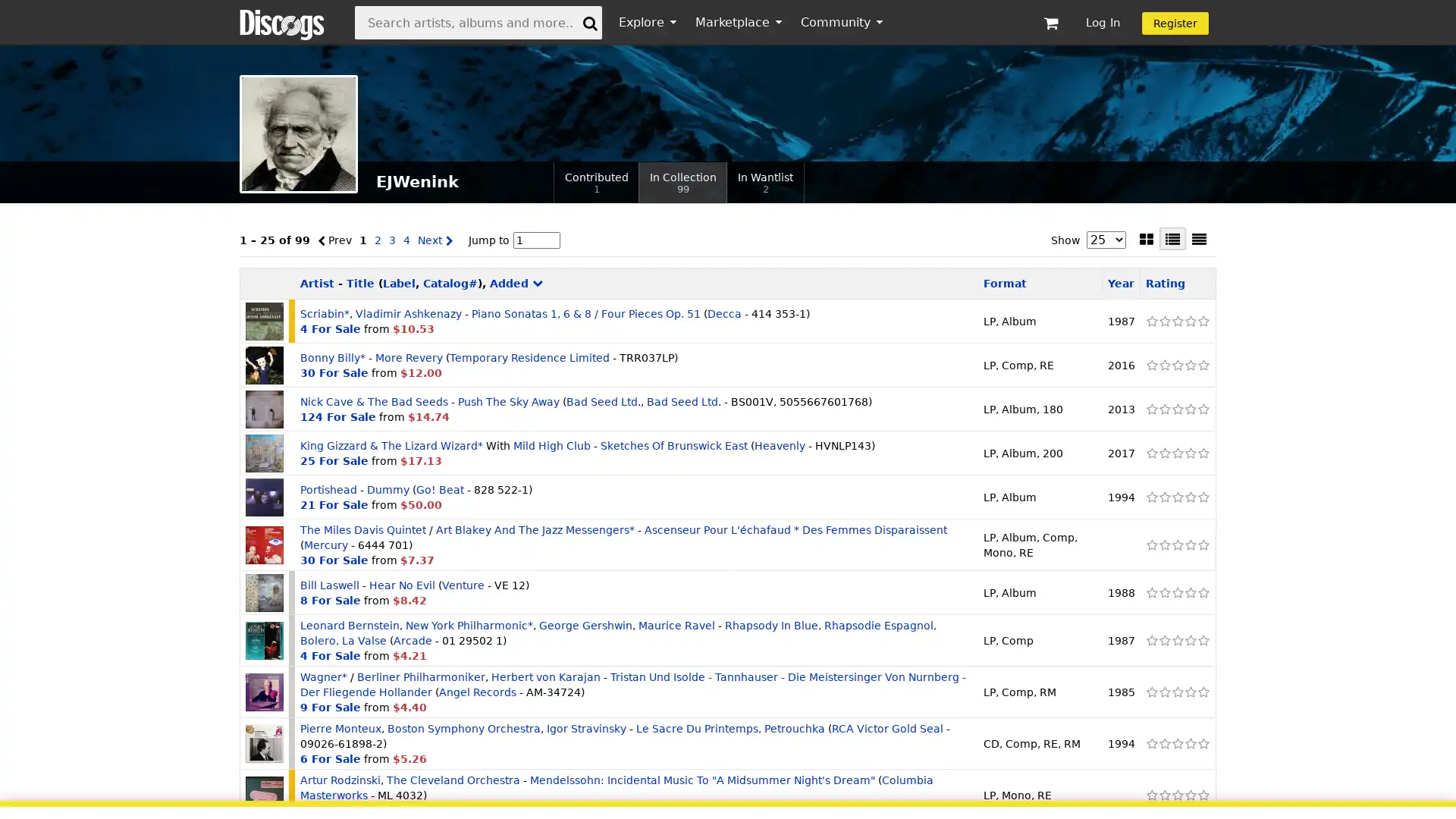 This screenshot has width=1456, height=819. I want to click on Rate this release 1 star., so click(1151, 592).